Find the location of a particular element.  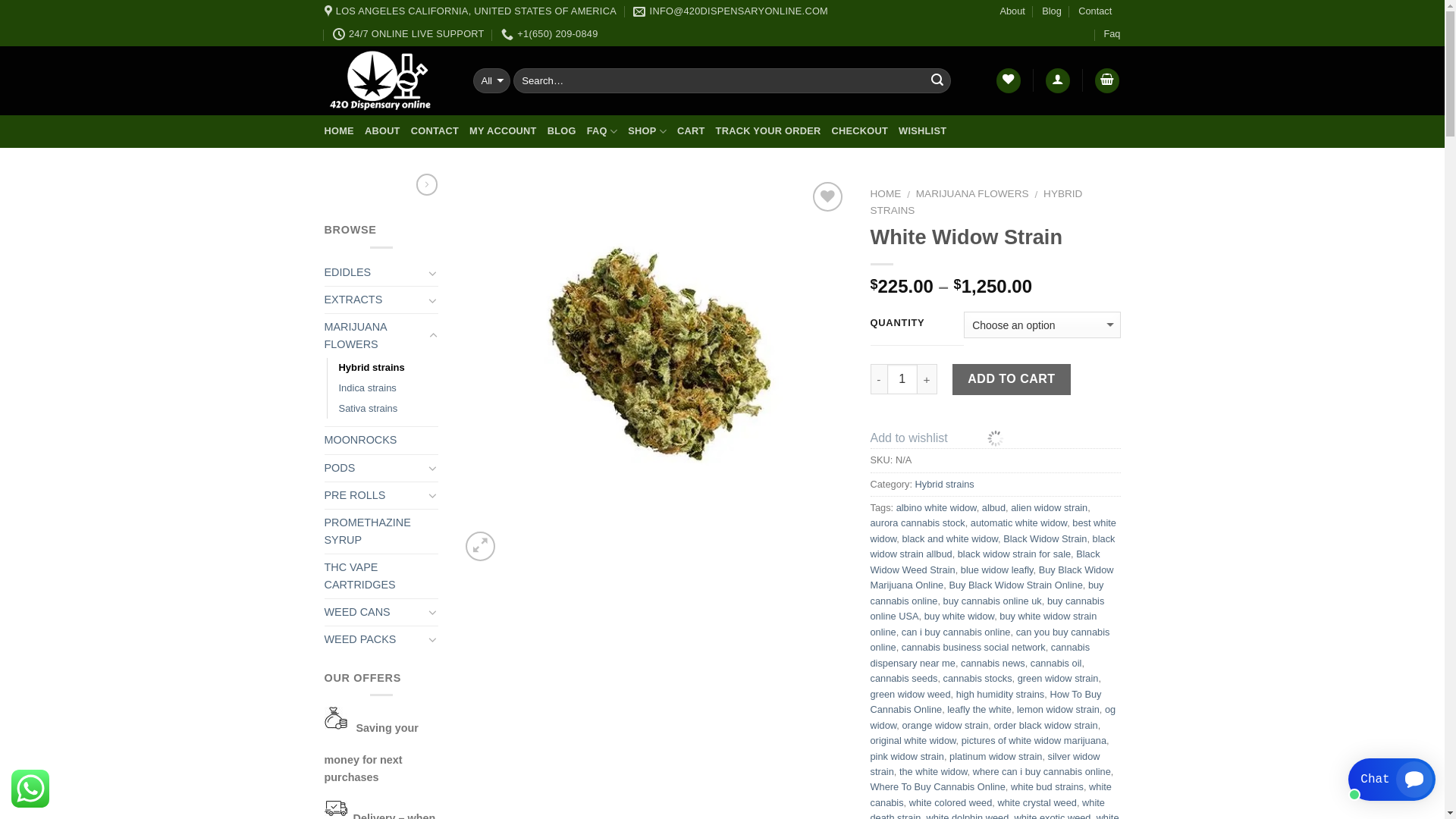

'alien widow strain' is located at coordinates (1048, 507).